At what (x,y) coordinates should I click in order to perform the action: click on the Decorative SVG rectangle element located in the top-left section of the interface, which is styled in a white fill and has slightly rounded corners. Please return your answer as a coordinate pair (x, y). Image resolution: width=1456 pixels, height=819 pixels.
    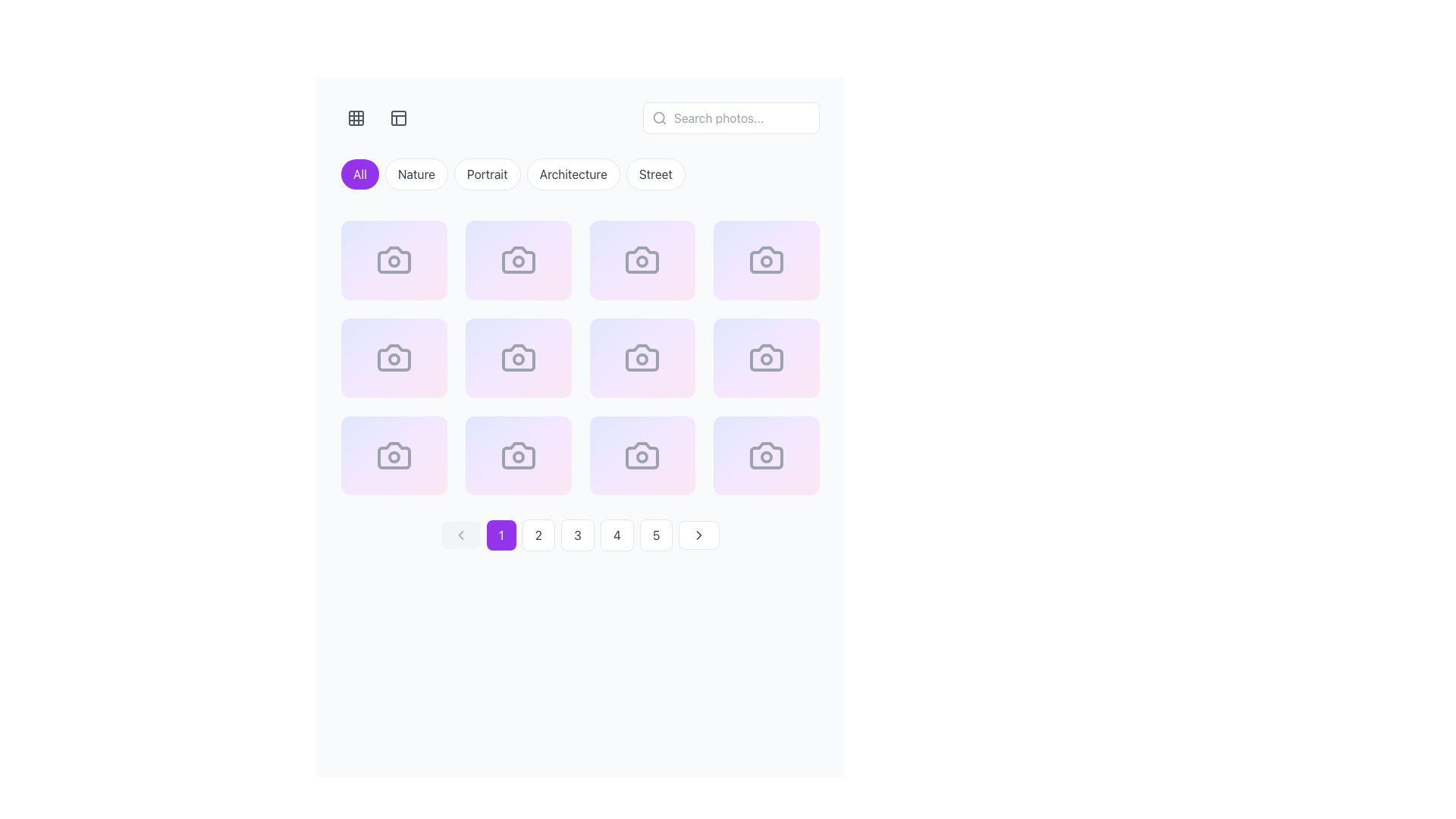
    Looking at the image, I should click on (399, 117).